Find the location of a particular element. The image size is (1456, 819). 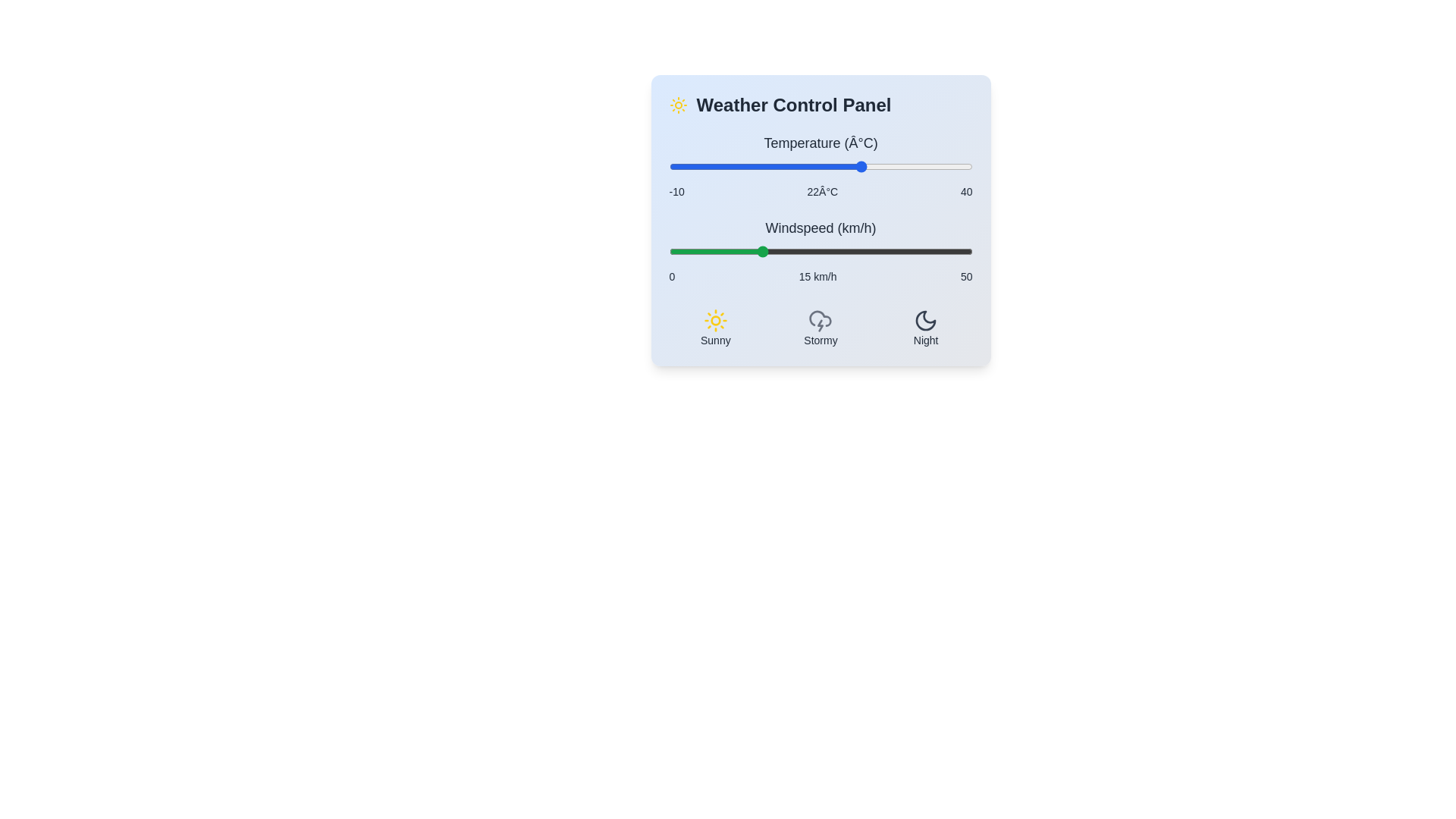

the Temperature slider is located at coordinates (760, 166).